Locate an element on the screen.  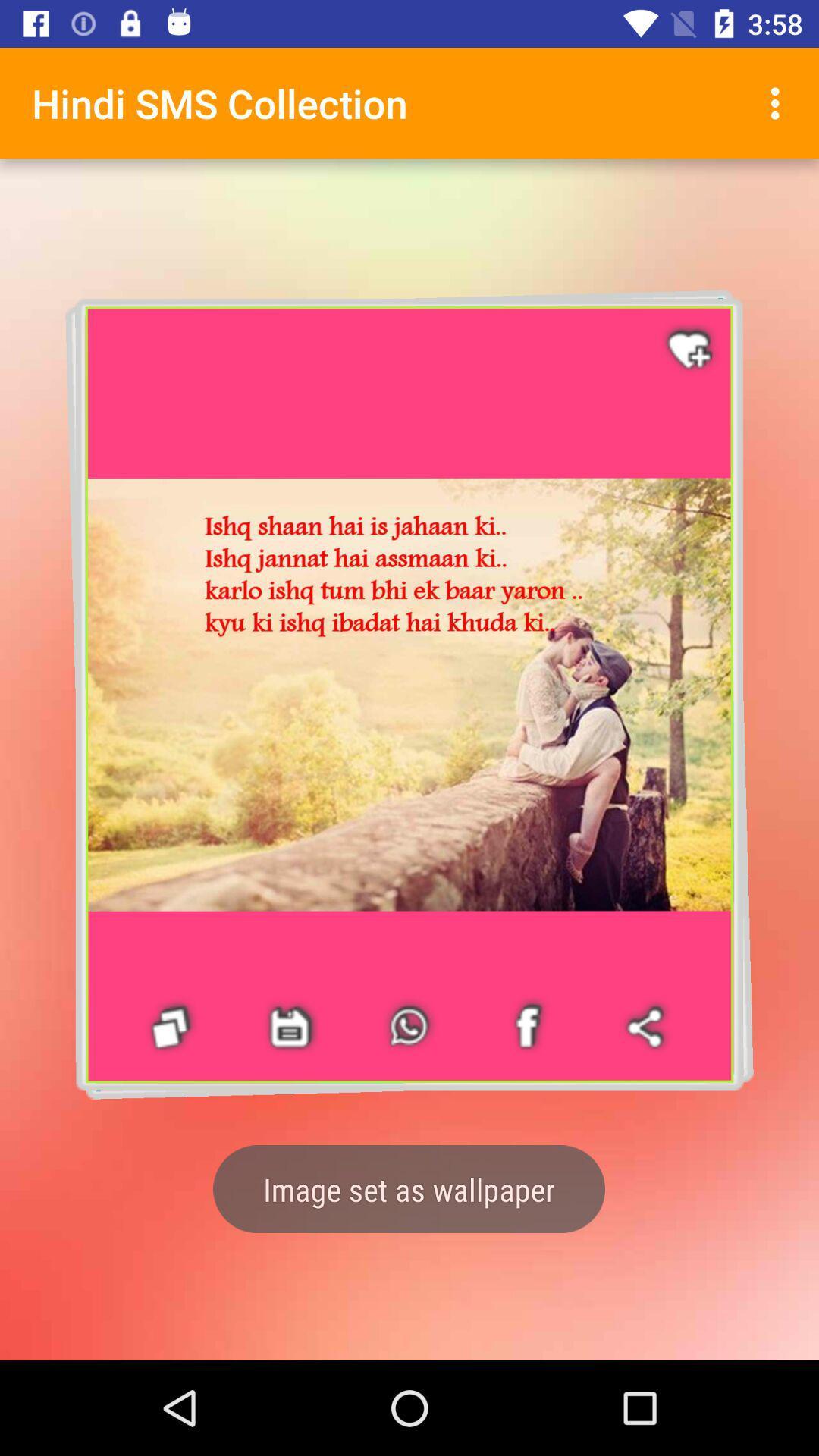
the save icon is located at coordinates (299, 1030).